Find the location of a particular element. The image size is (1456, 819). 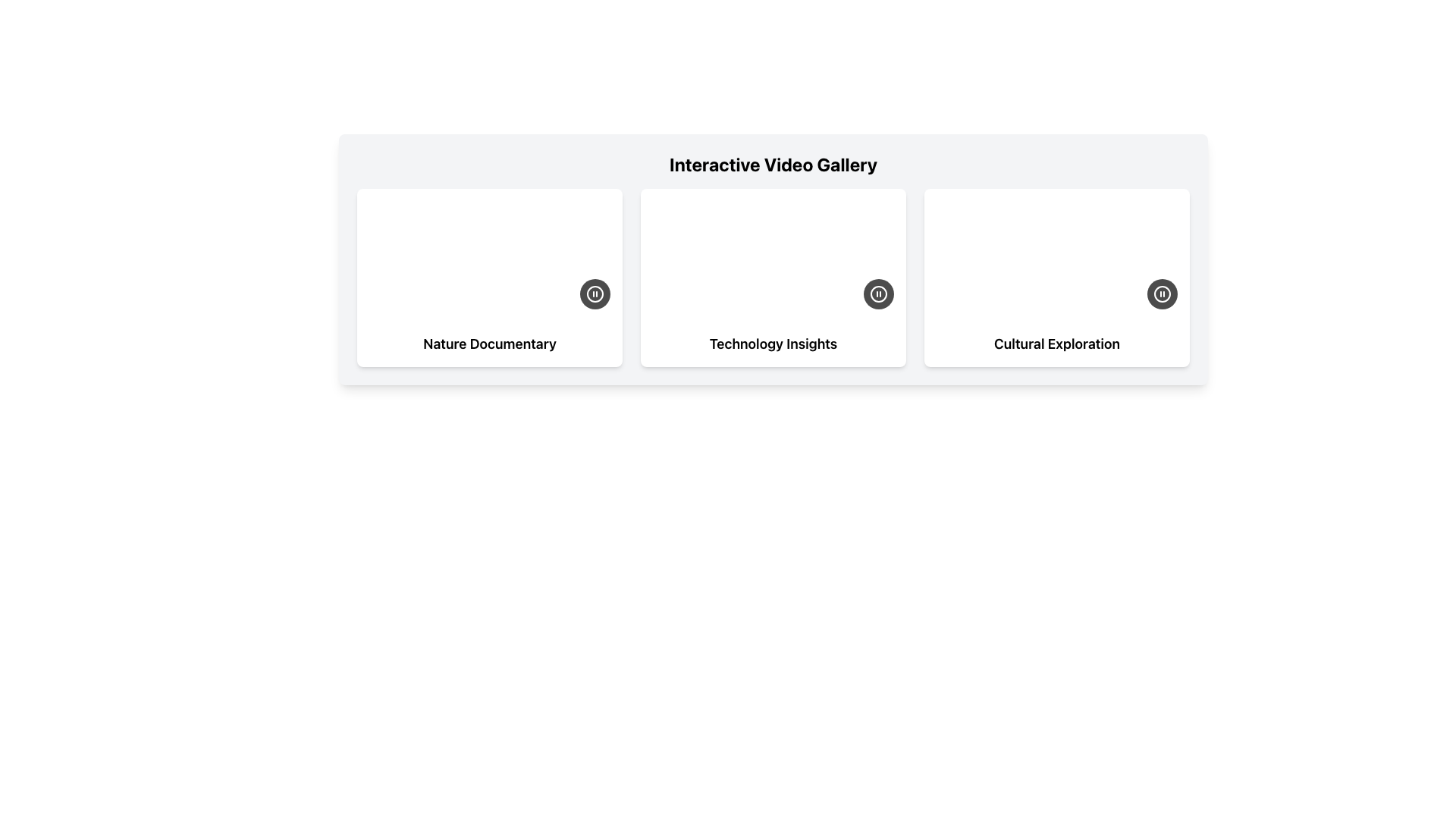

the circular Pause button with a dark background and a white pause icon located in the bottom-right corner of the 'Nature Documentary' card is located at coordinates (595, 294).